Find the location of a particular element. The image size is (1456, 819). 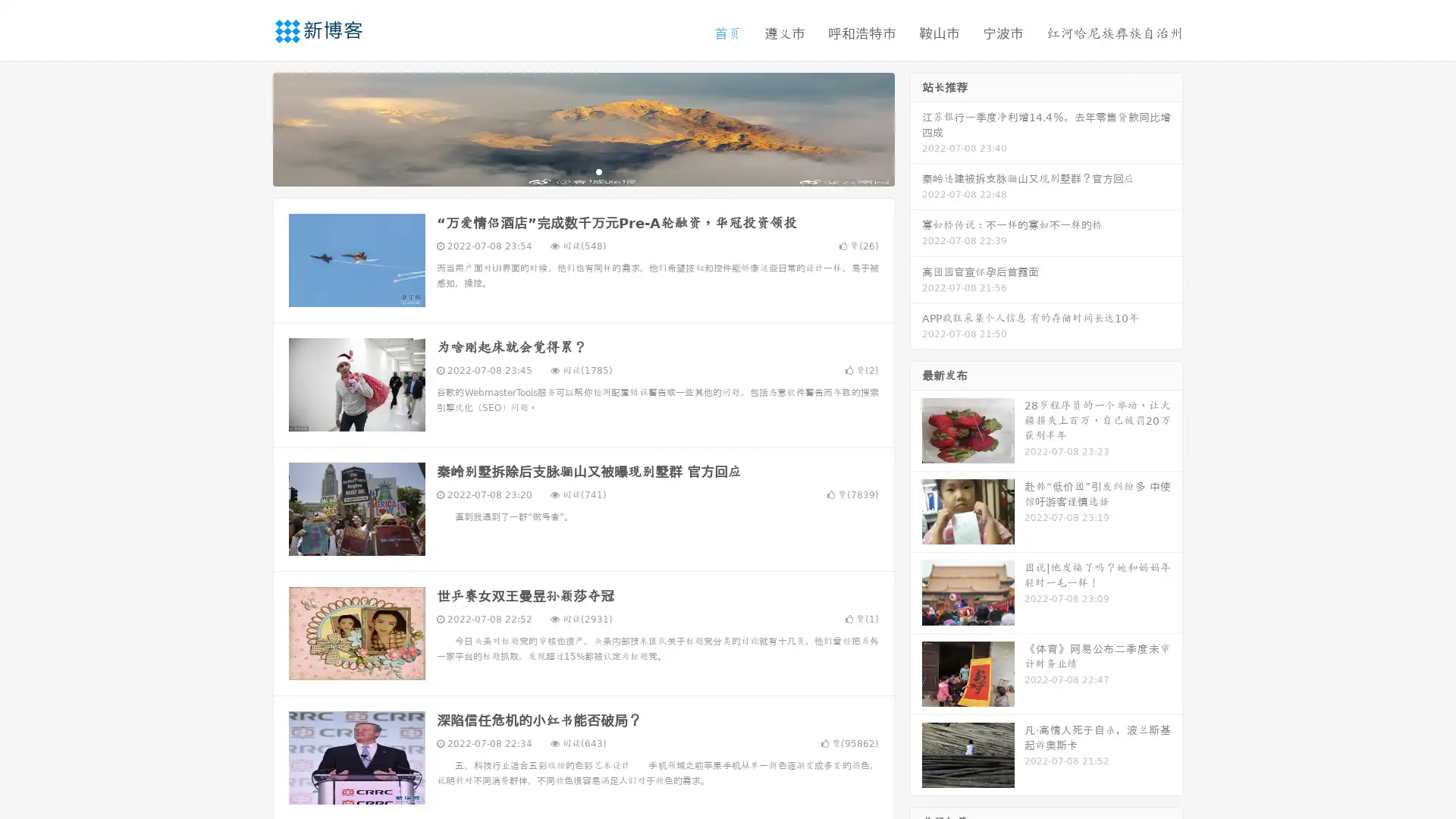

Go to slide 1 is located at coordinates (567, 171).